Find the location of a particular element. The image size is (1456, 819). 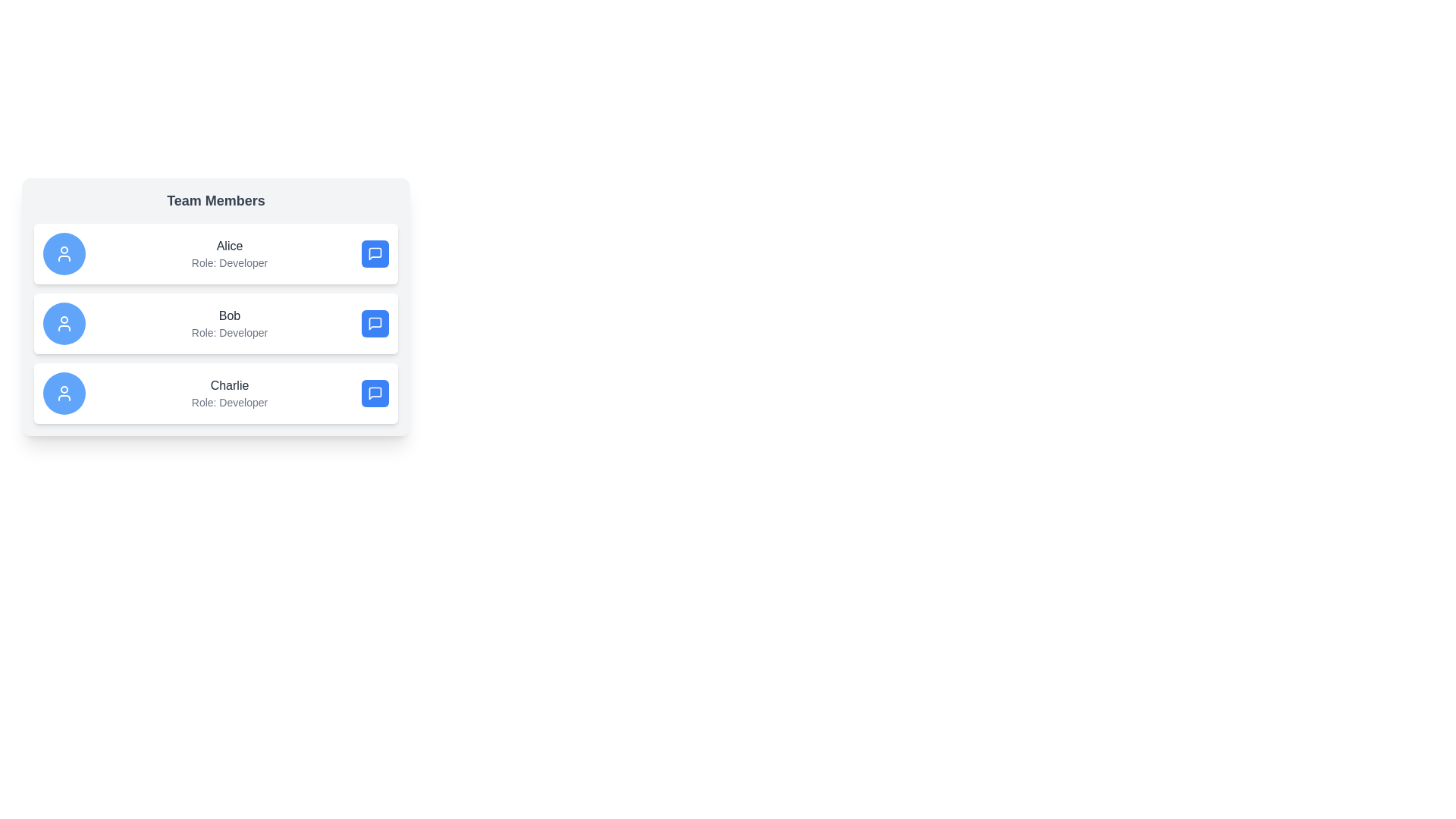

the SVG icon embedded within the button associated with team member 'Bob' in the 'Team Members' list for accessibility purposes is located at coordinates (375, 323).